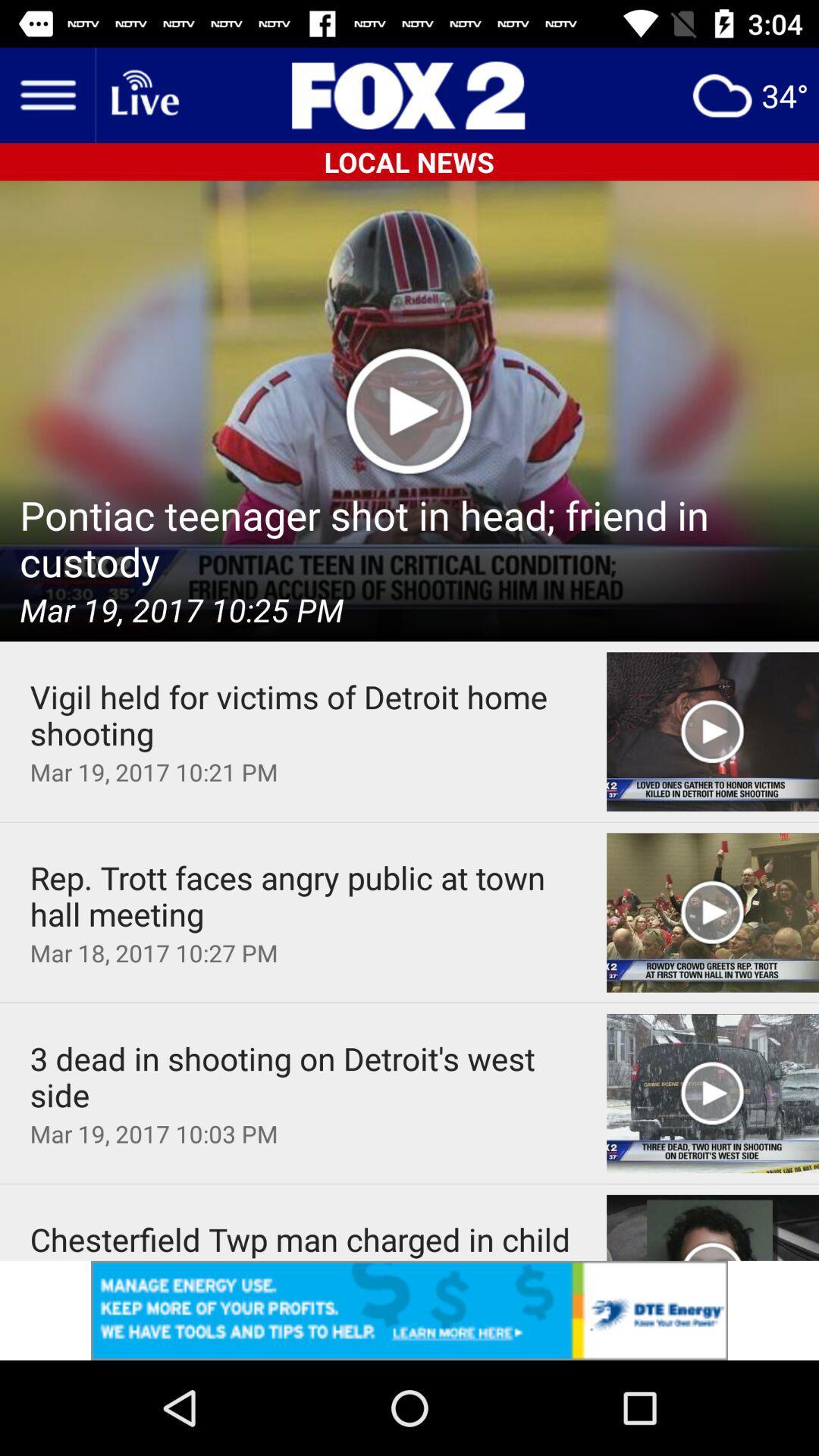  What do you see at coordinates (46, 94) in the screenshot?
I see `the menu icon` at bounding box center [46, 94].